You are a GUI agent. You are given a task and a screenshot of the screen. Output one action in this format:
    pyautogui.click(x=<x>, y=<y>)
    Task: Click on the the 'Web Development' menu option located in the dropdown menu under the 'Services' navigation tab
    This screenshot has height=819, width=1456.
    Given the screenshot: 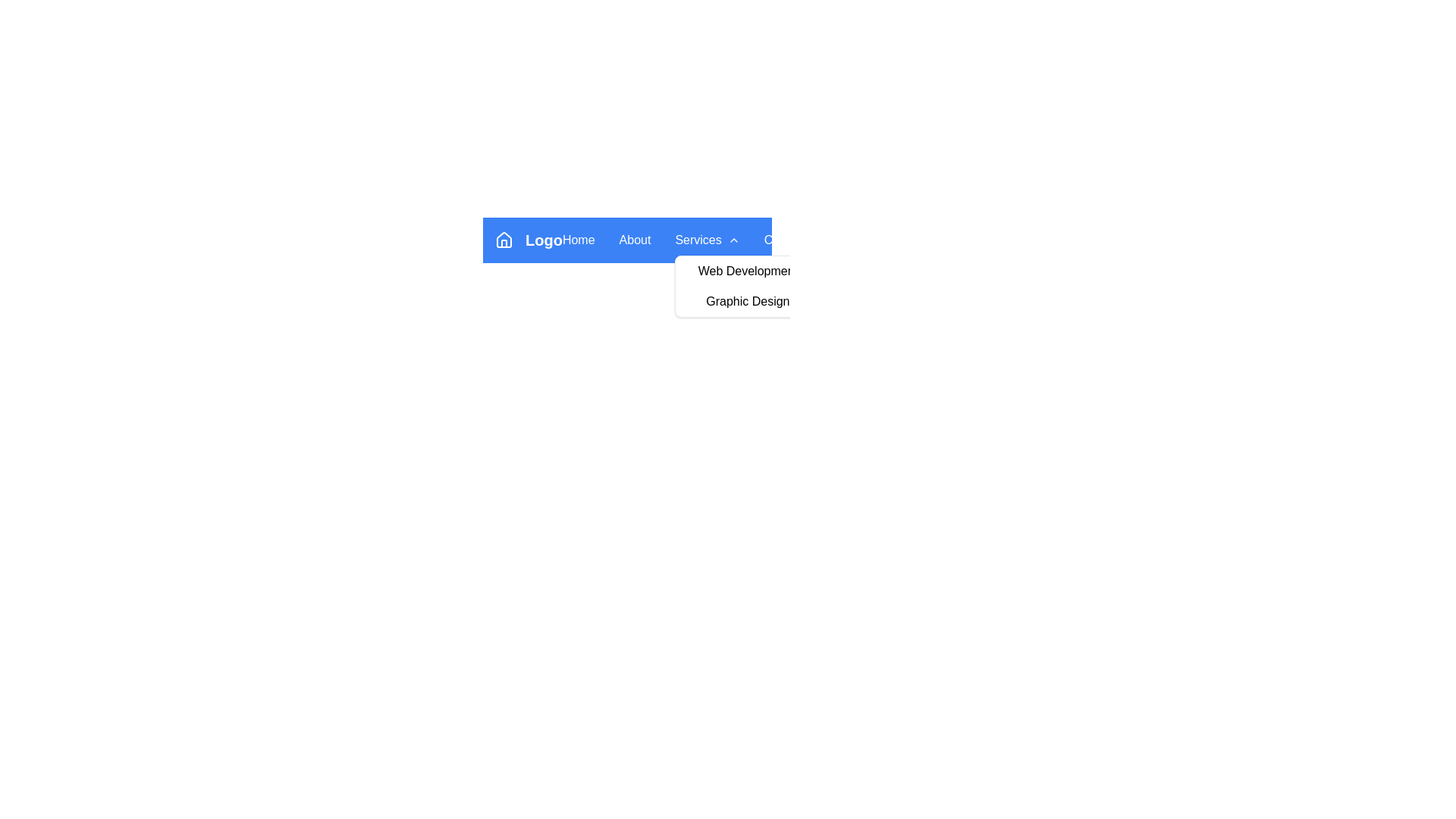 What is the action you would take?
    pyautogui.click(x=748, y=271)
    